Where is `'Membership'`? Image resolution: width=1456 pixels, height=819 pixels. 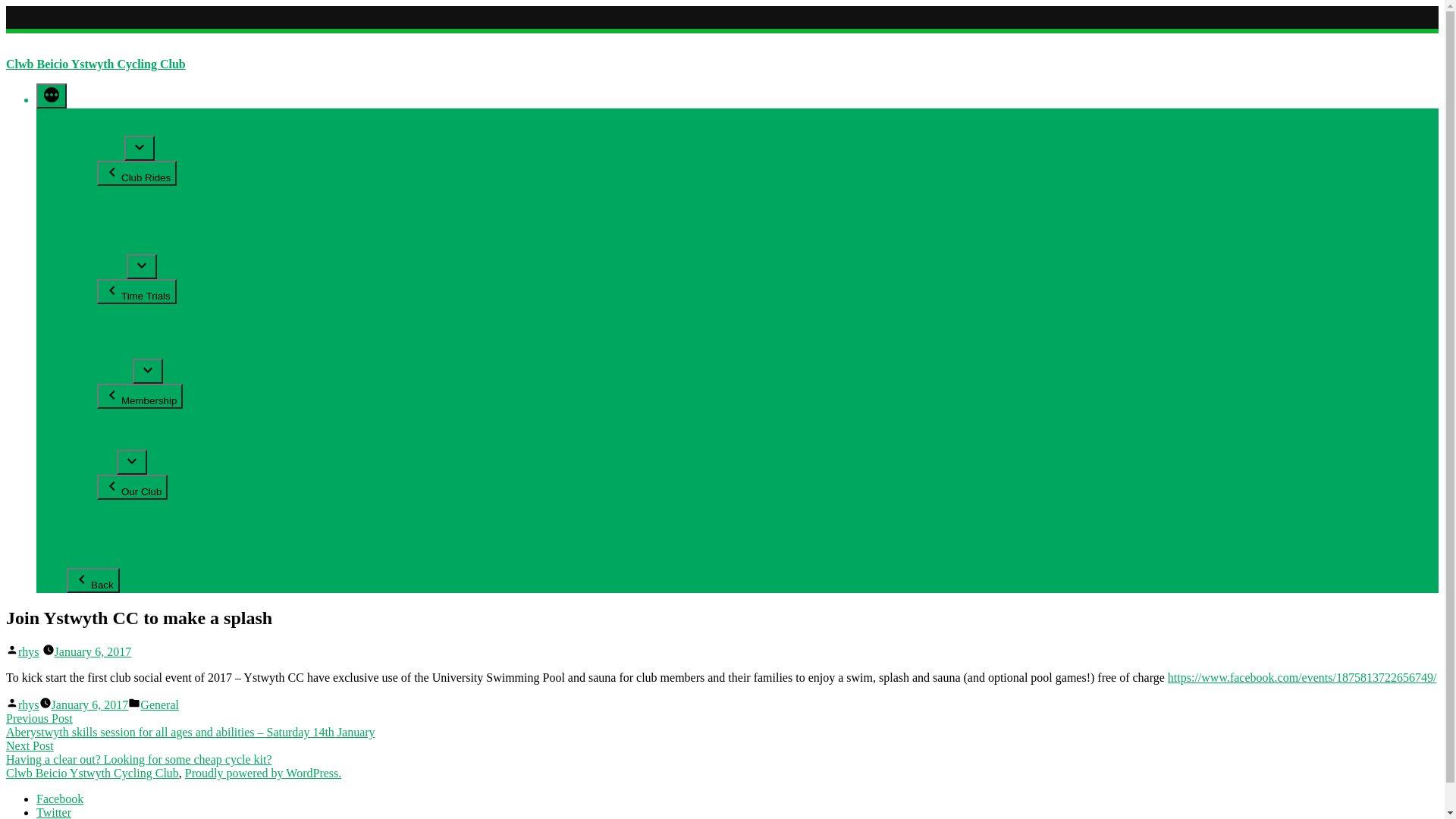
'Membership' is located at coordinates (140, 395).